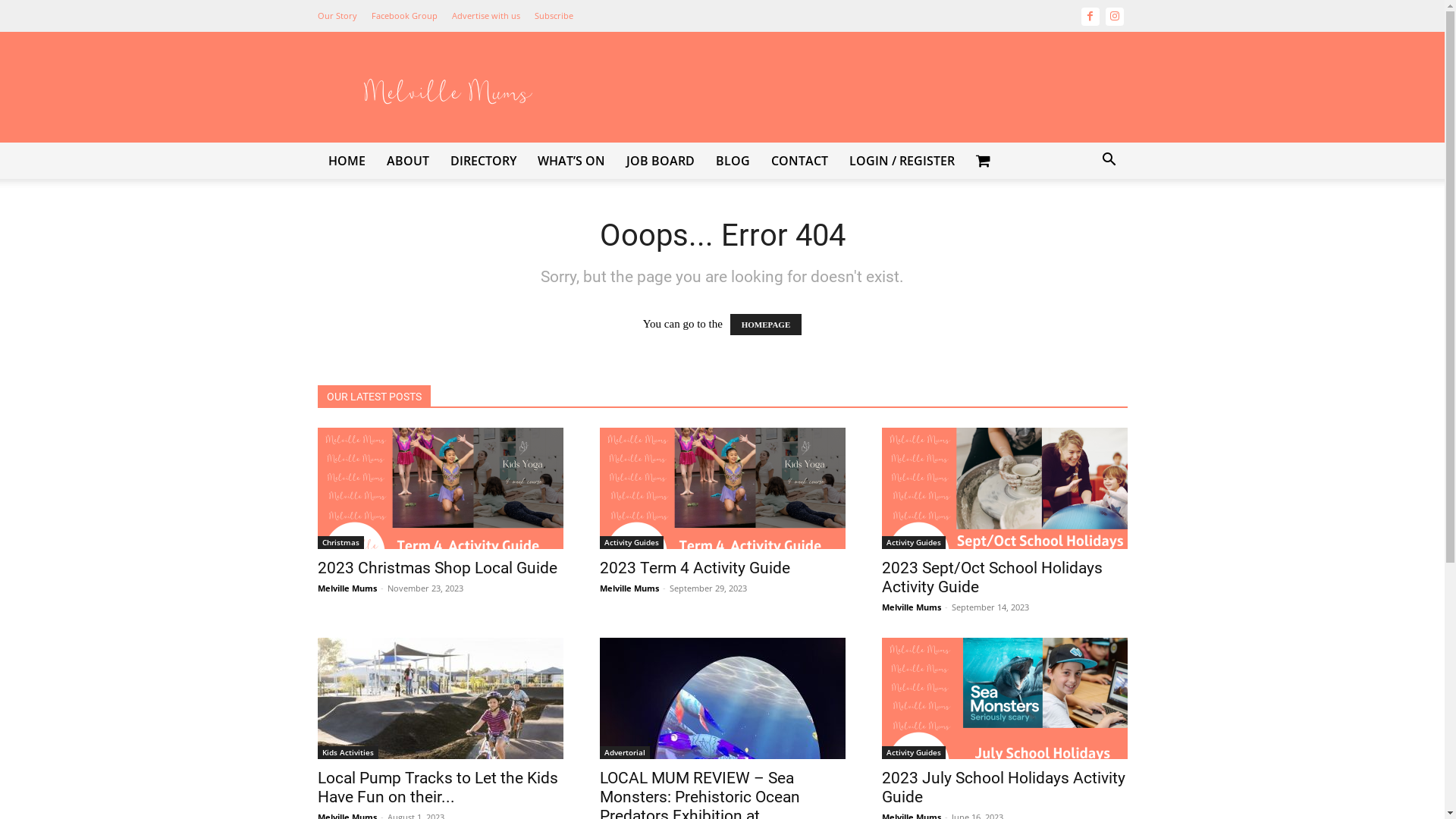  What do you see at coordinates (1004, 488) in the screenshot?
I see `'2023 Sept/Oct School Holidays Activity Guide'` at bounding box center [1004, 488].